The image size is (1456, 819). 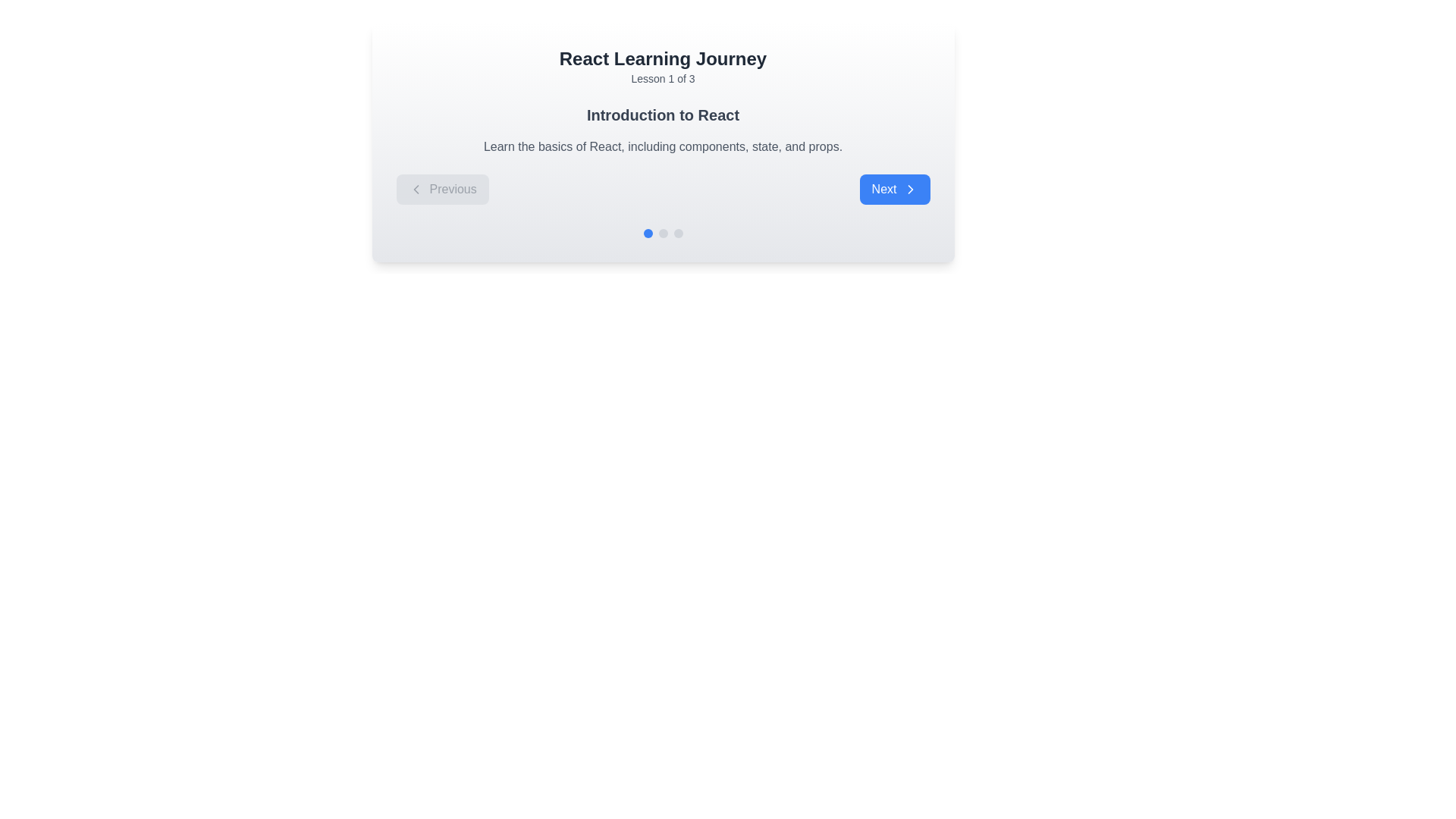 What do you see at coordinates (895, 189) in the screenshot?
I see `the 'Next' button with a blue background and white text, which features a right-pointing arrow icon` at bounding box center [895, 189].